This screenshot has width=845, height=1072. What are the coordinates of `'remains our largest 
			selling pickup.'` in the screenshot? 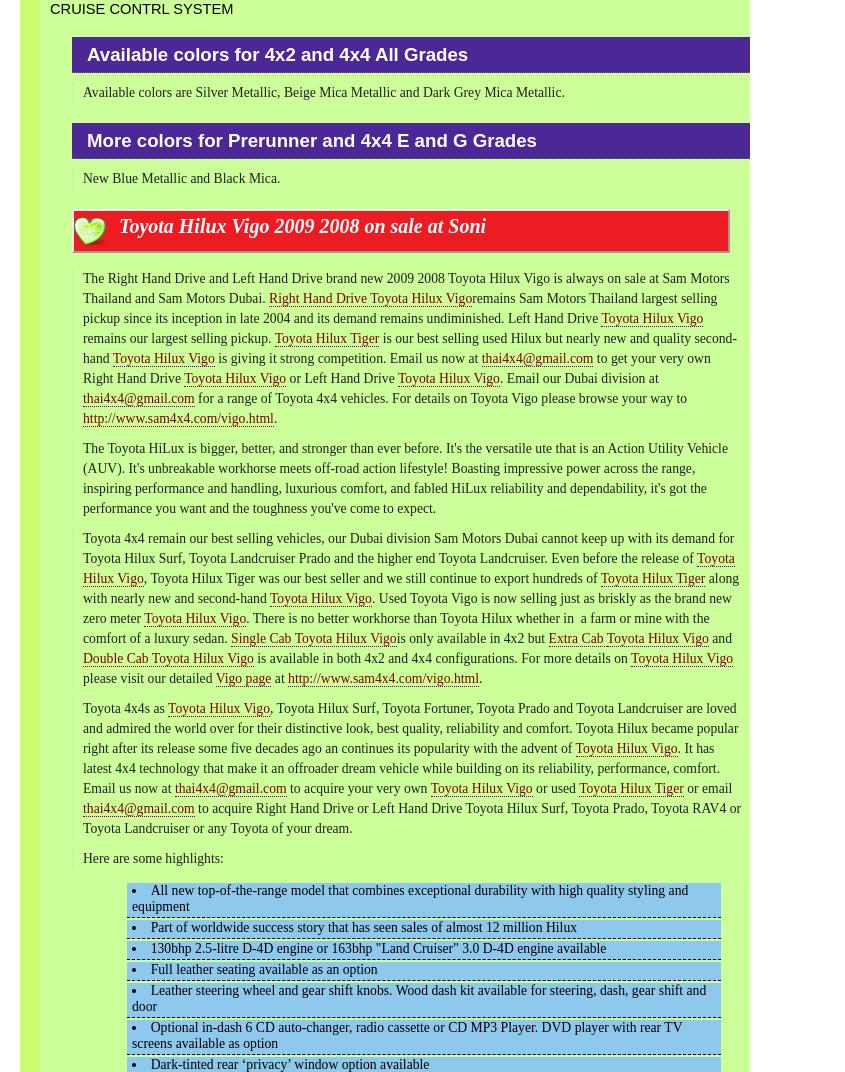 It's located at (177, 338).